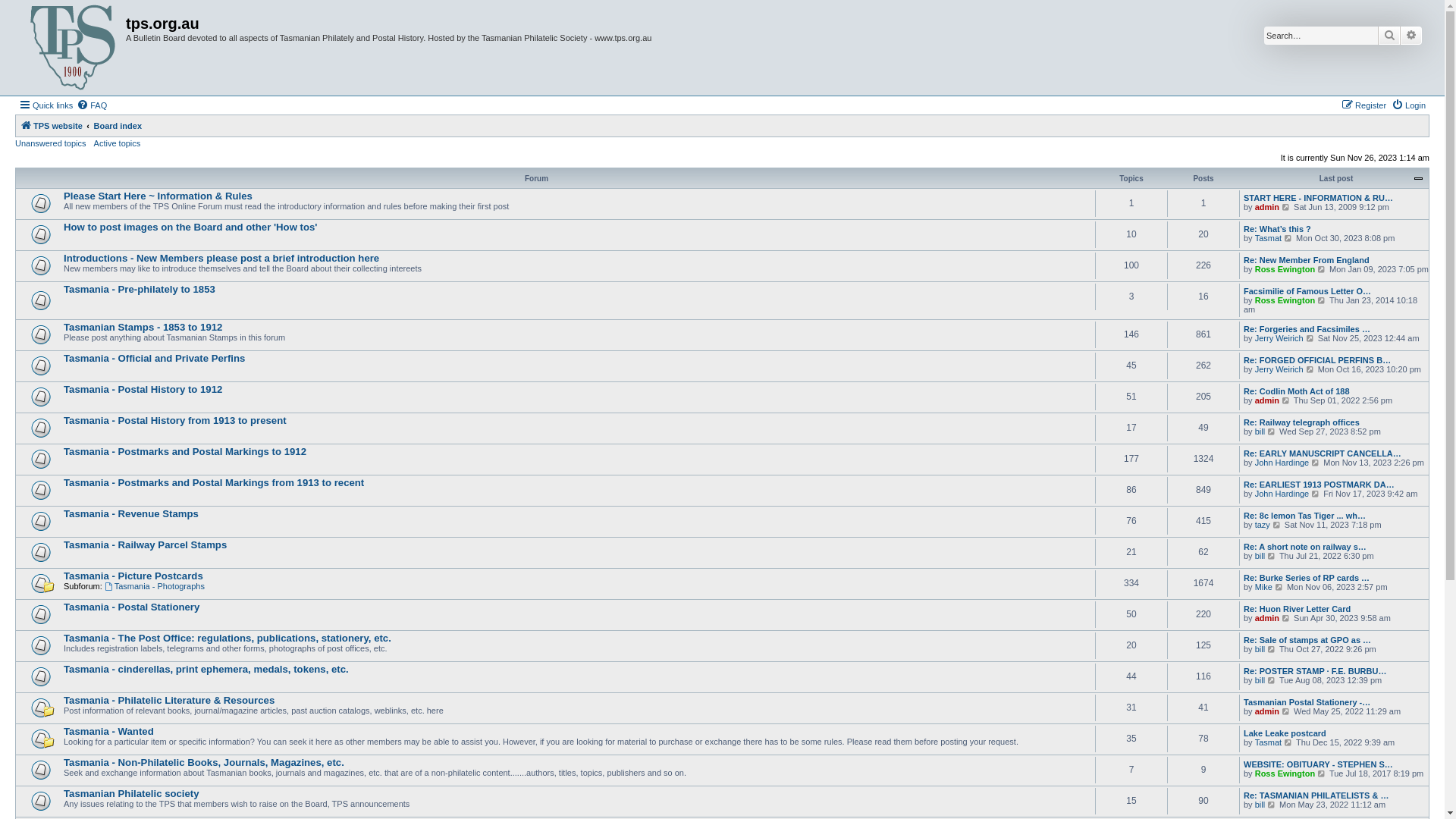  I want to click on 'John Hardinge', so click(1255, 461).